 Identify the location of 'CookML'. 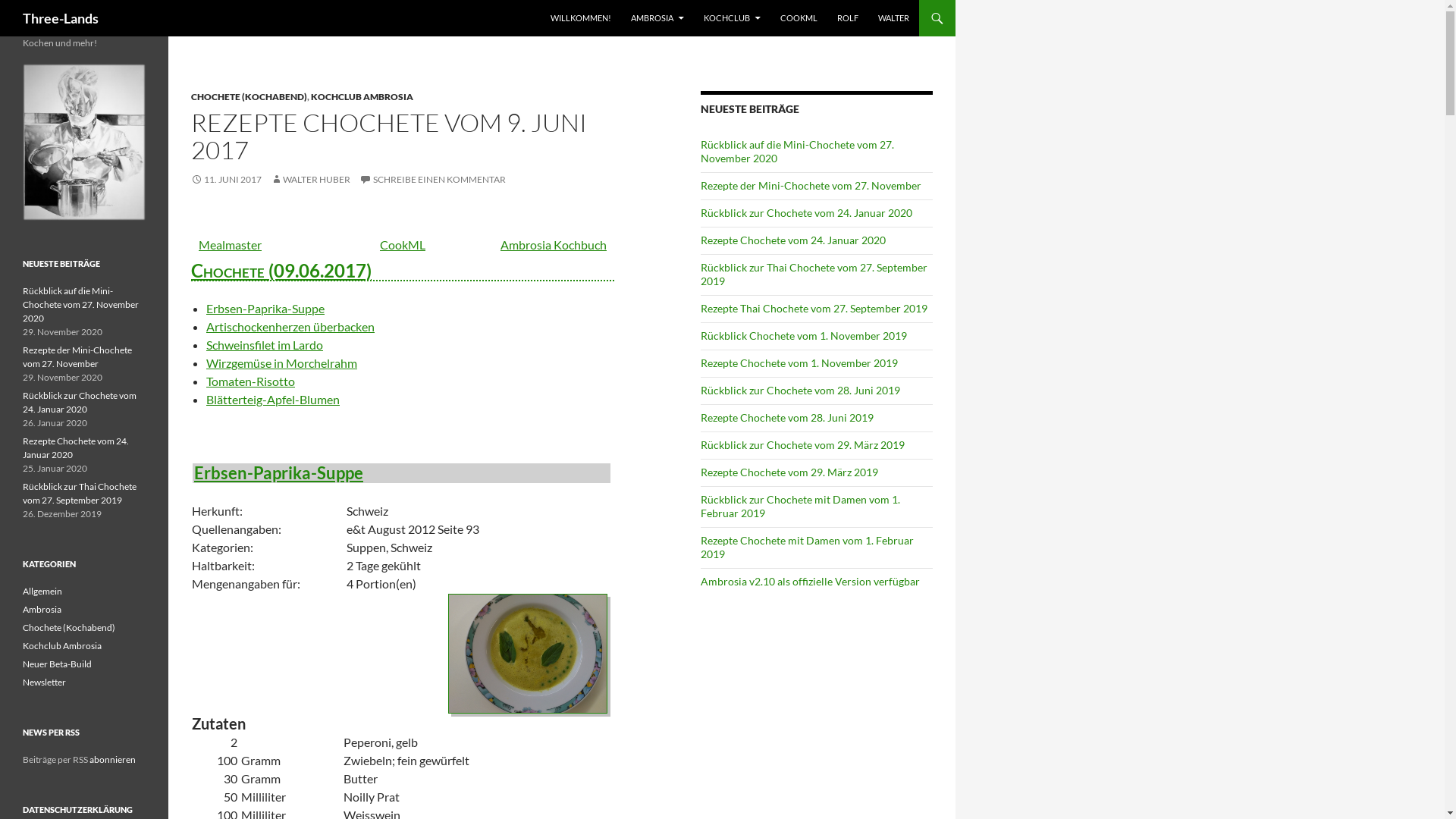
(379, 243).